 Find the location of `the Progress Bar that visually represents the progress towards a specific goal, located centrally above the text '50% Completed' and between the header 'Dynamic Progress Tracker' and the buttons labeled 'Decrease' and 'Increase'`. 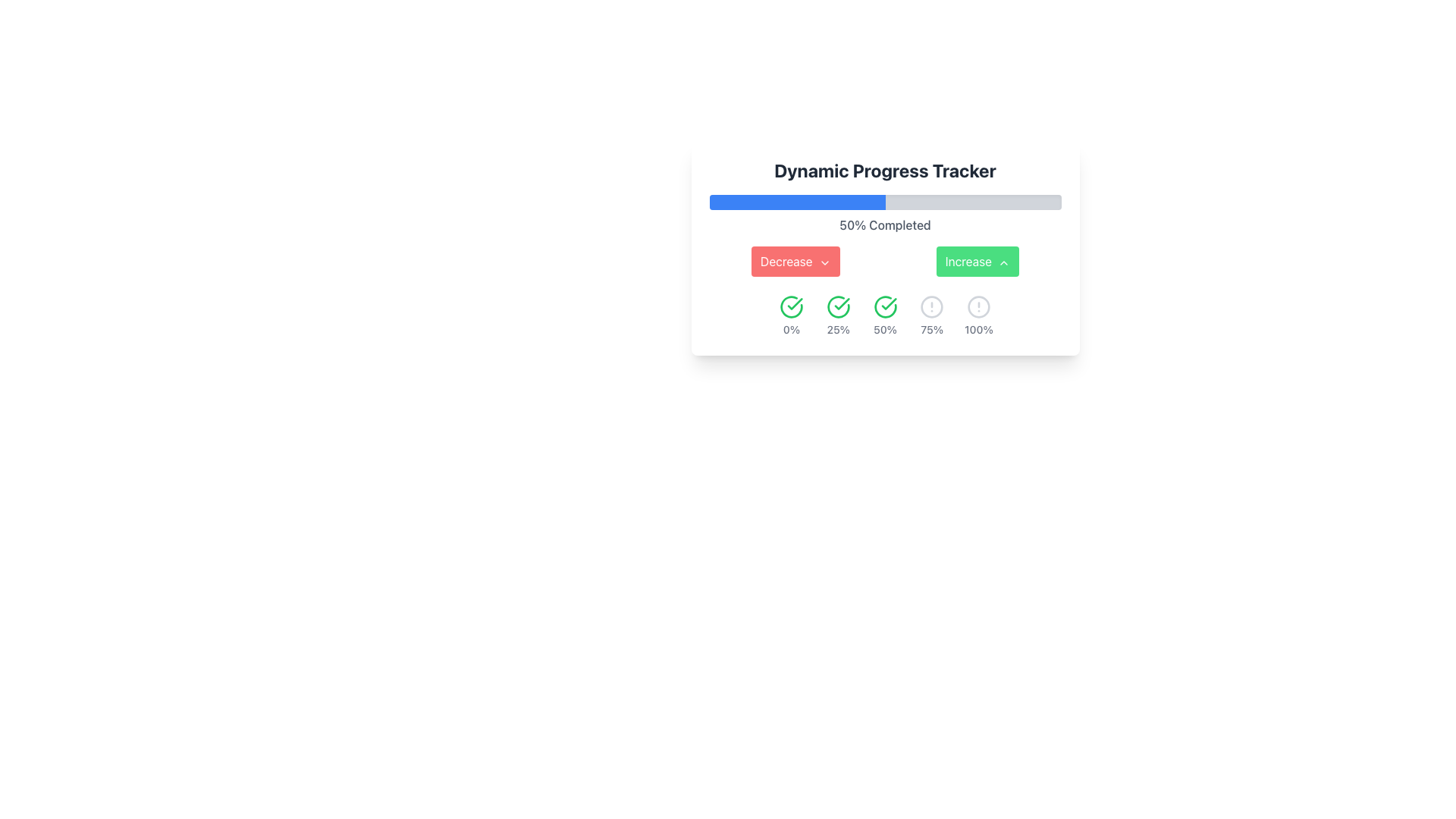

the Progress Bar that visually represents the progress towards a specific goal, located centrally above the text '50% Completed' and between the header 'Dynamic Progress Tracker' and the buttons labeled 'Decrease' and 'Increase' is located at coordinates (885, 201).